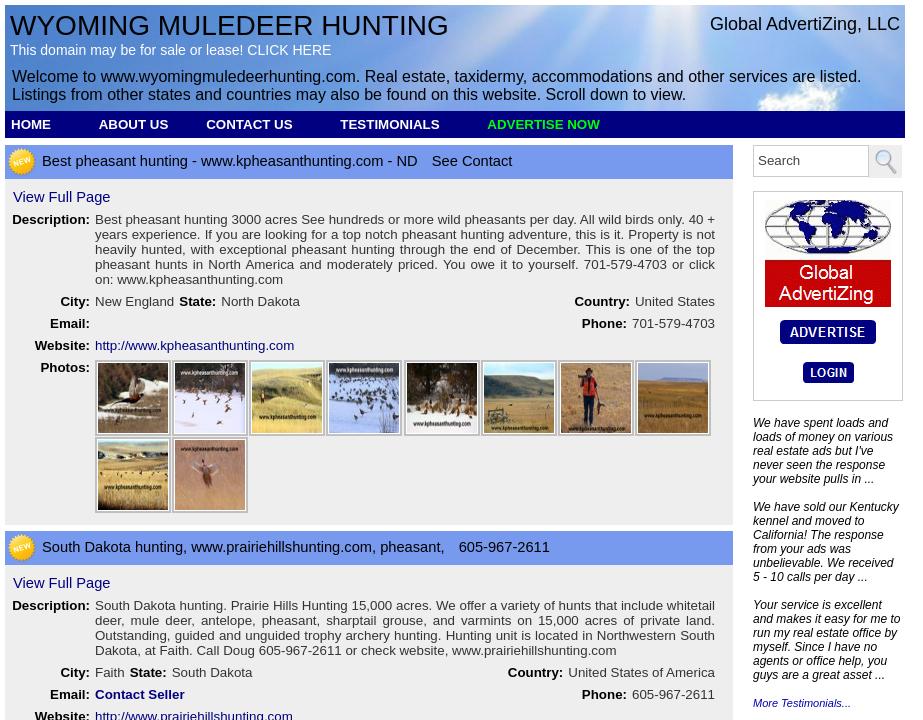 The image size is (923, 720). I want to click on 'This domain may be for sale or lease!', so click(128, 48).